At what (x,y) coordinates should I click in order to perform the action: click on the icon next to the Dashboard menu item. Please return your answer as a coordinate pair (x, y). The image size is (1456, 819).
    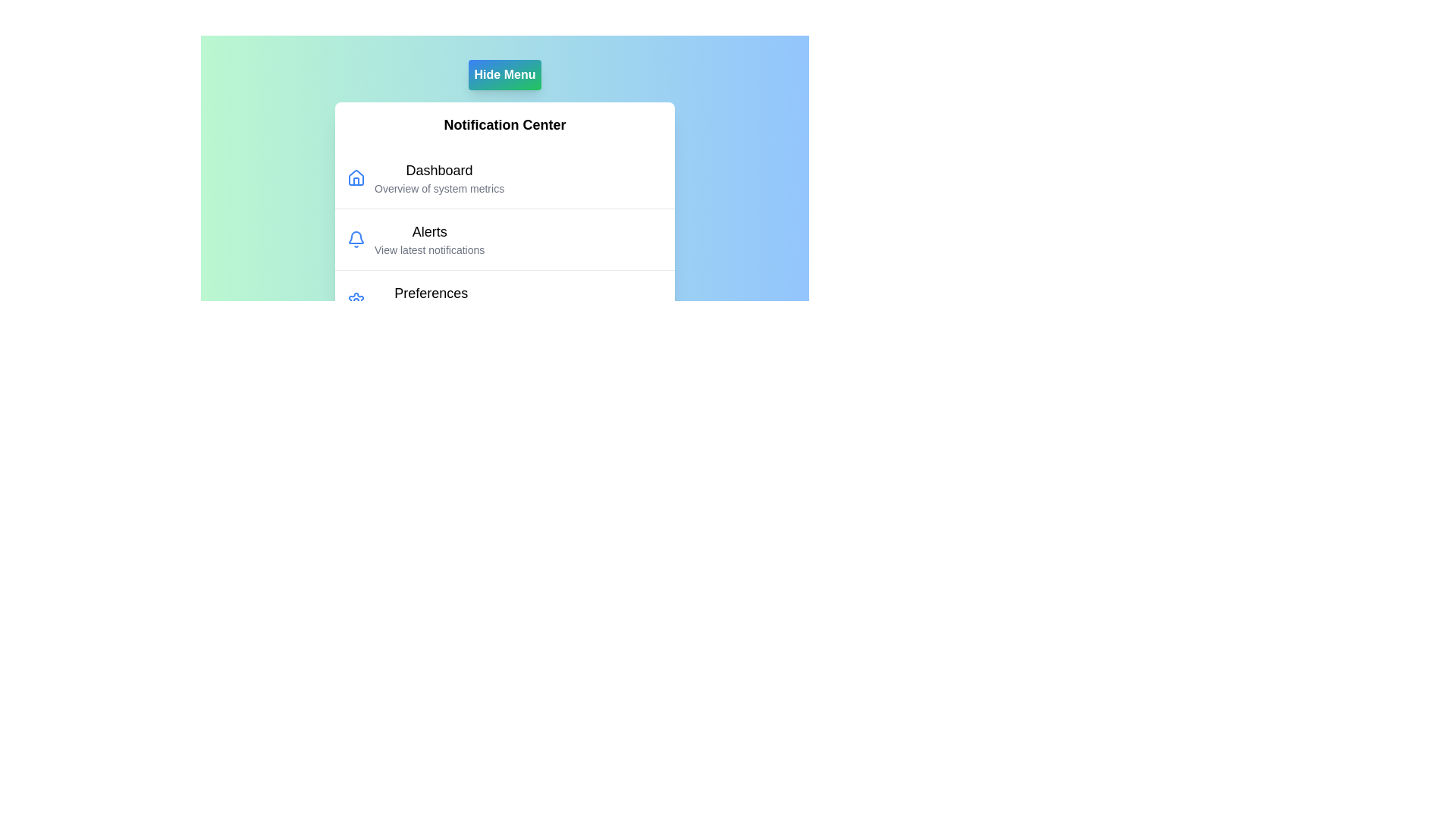
    Looking at the image, I should click on (356, 177).